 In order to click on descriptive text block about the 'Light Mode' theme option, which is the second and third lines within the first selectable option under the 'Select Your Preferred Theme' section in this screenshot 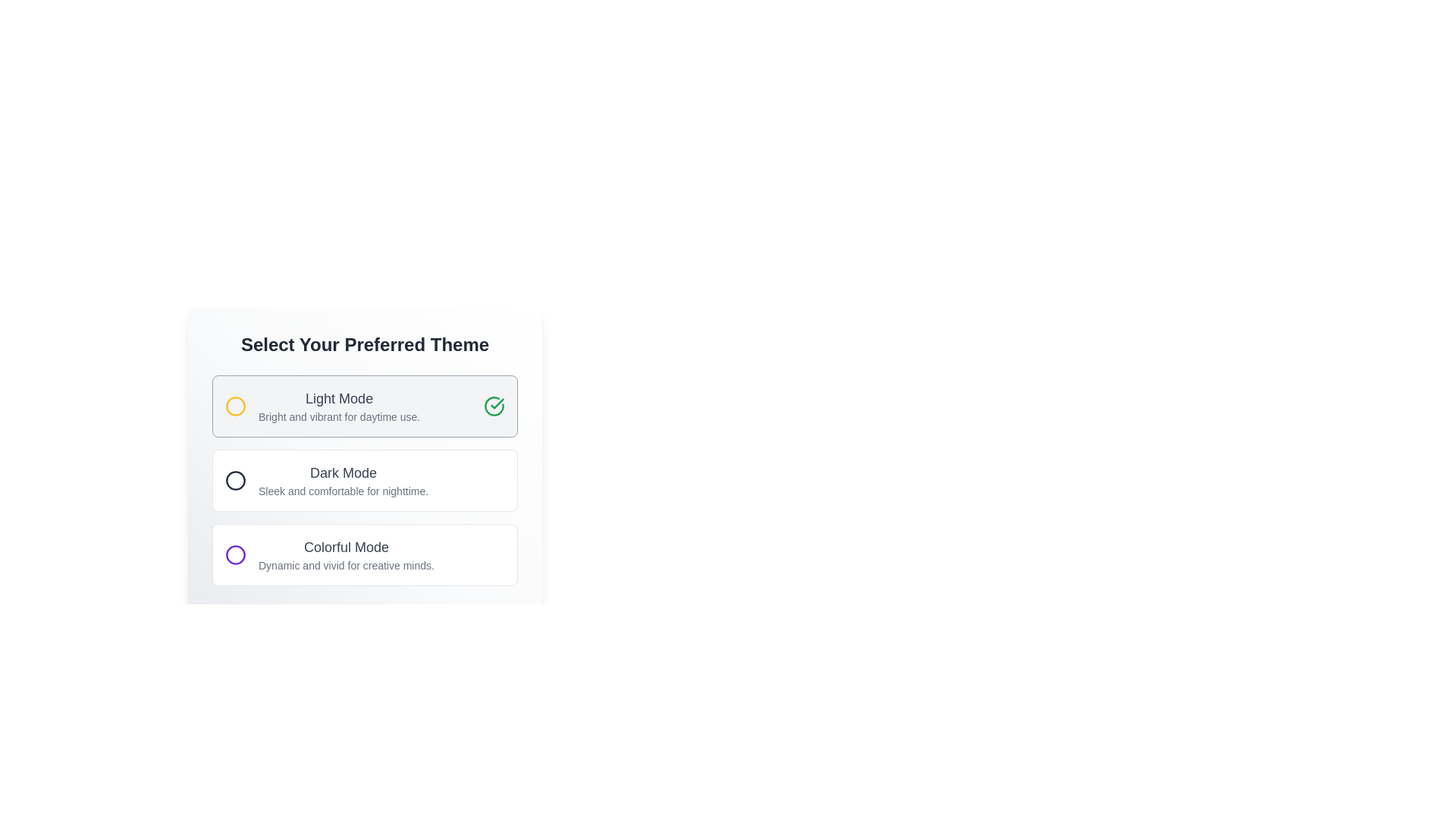, I will do `click(338, 406)`.